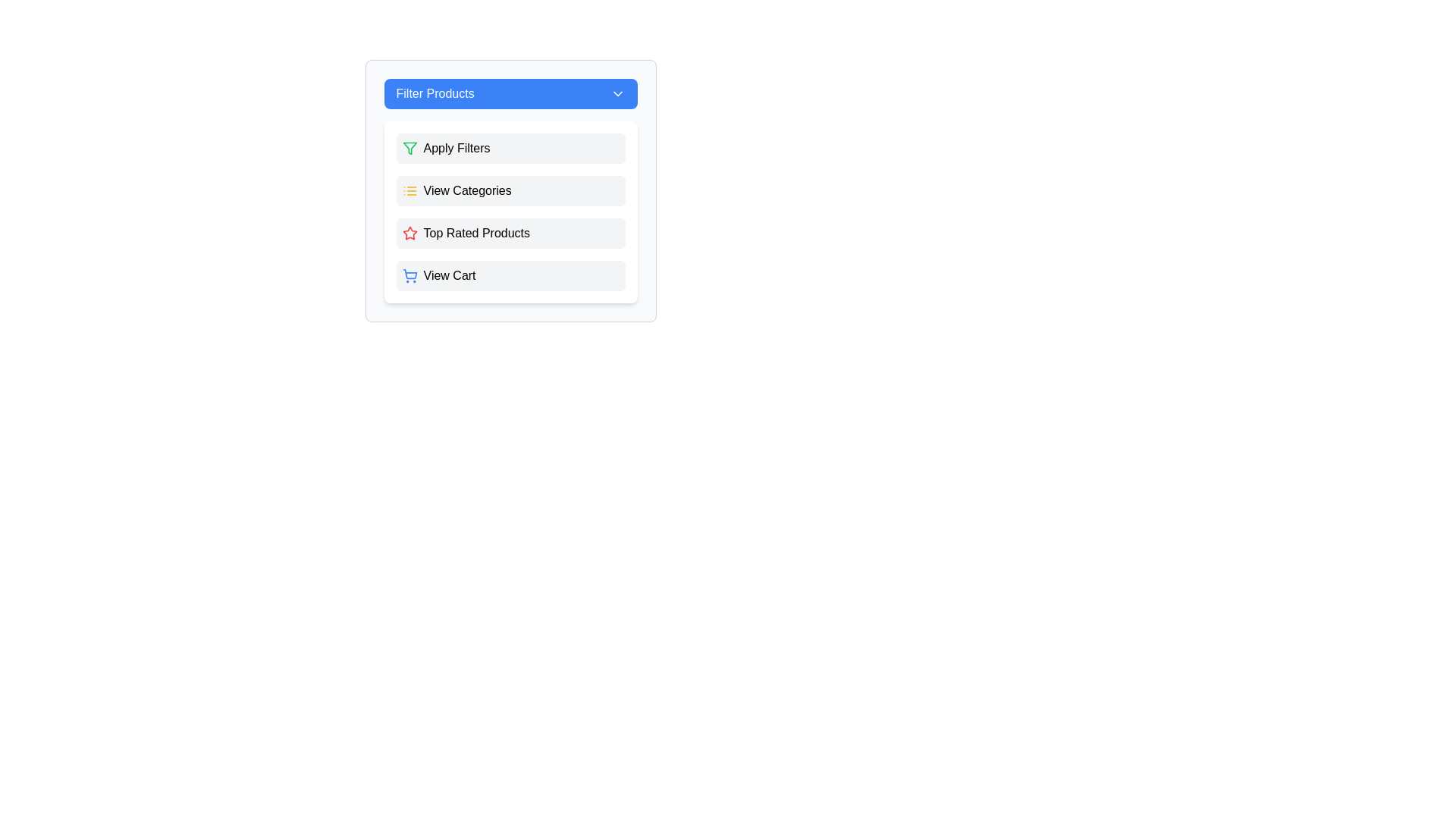 The width and height of the screenshot is (1456, 819). What do you see at coordinates (510, 190) in the screenshot?
I see `the second button in the dropdown menu that navigates to a list of categories` at bounding box center [510, 190].